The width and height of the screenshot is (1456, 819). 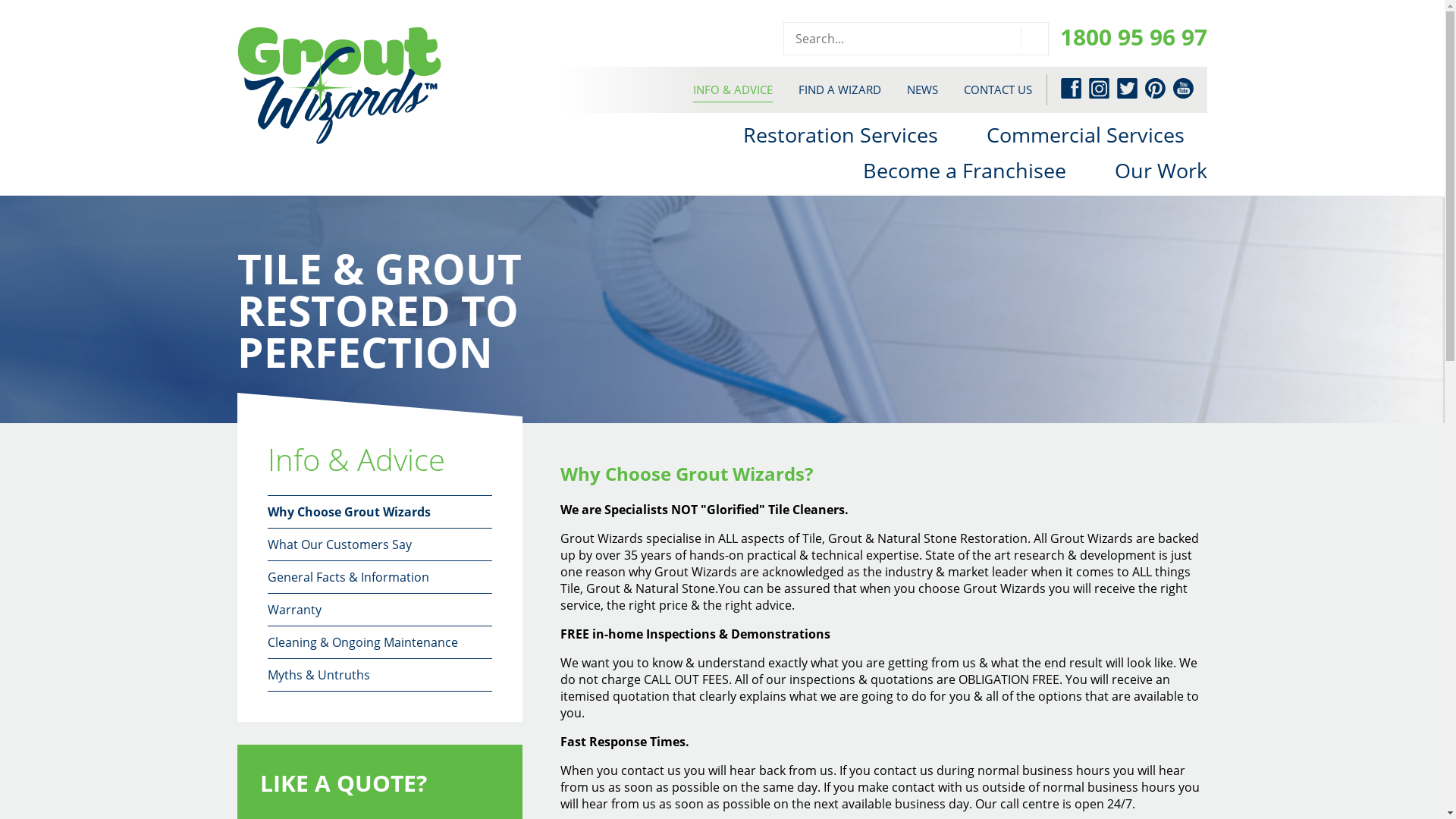 I want to click on 'CONTACT US', so click(x=997, y=89).